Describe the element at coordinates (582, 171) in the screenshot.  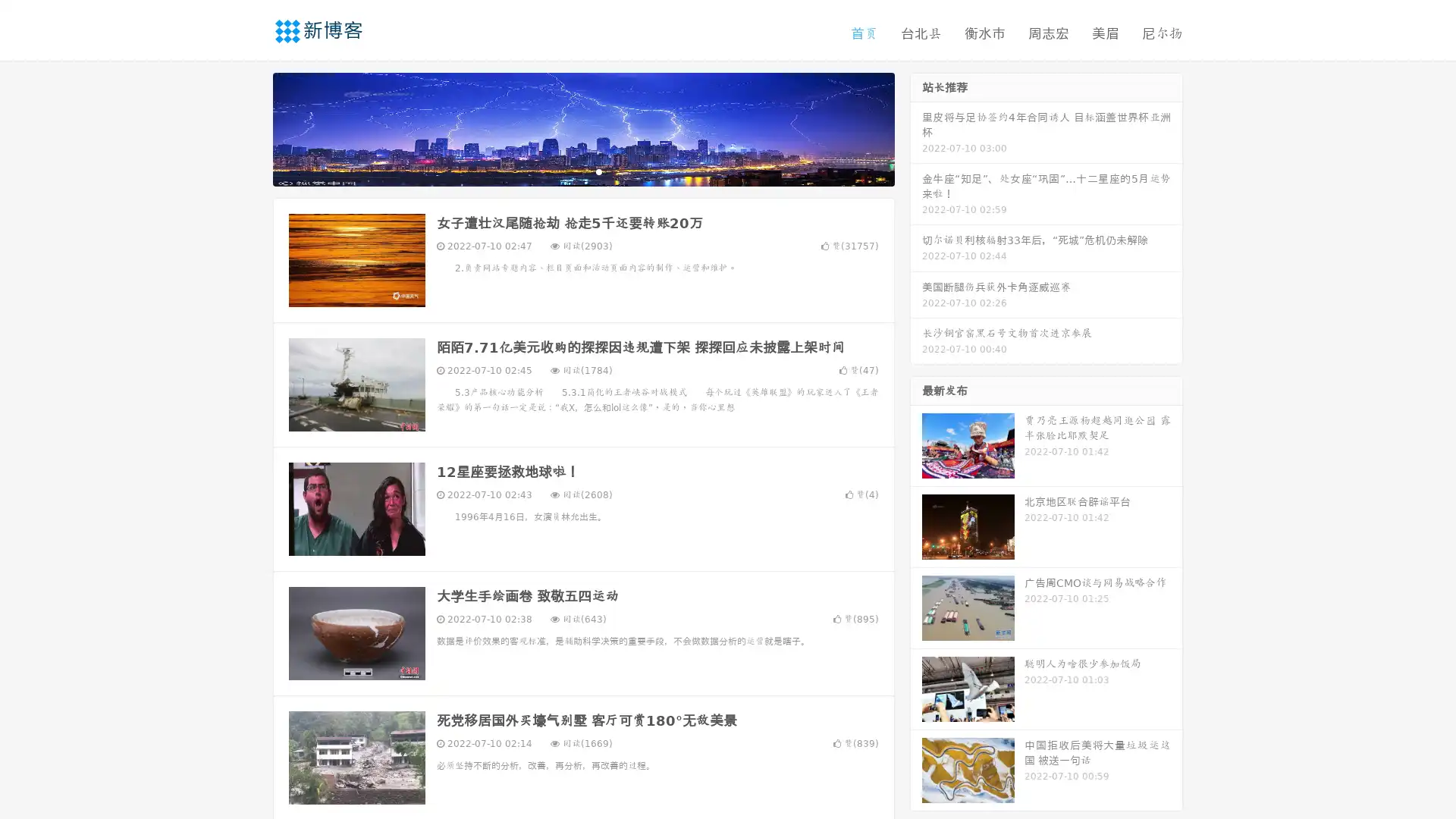
I see `Go to slide 2` at that location.